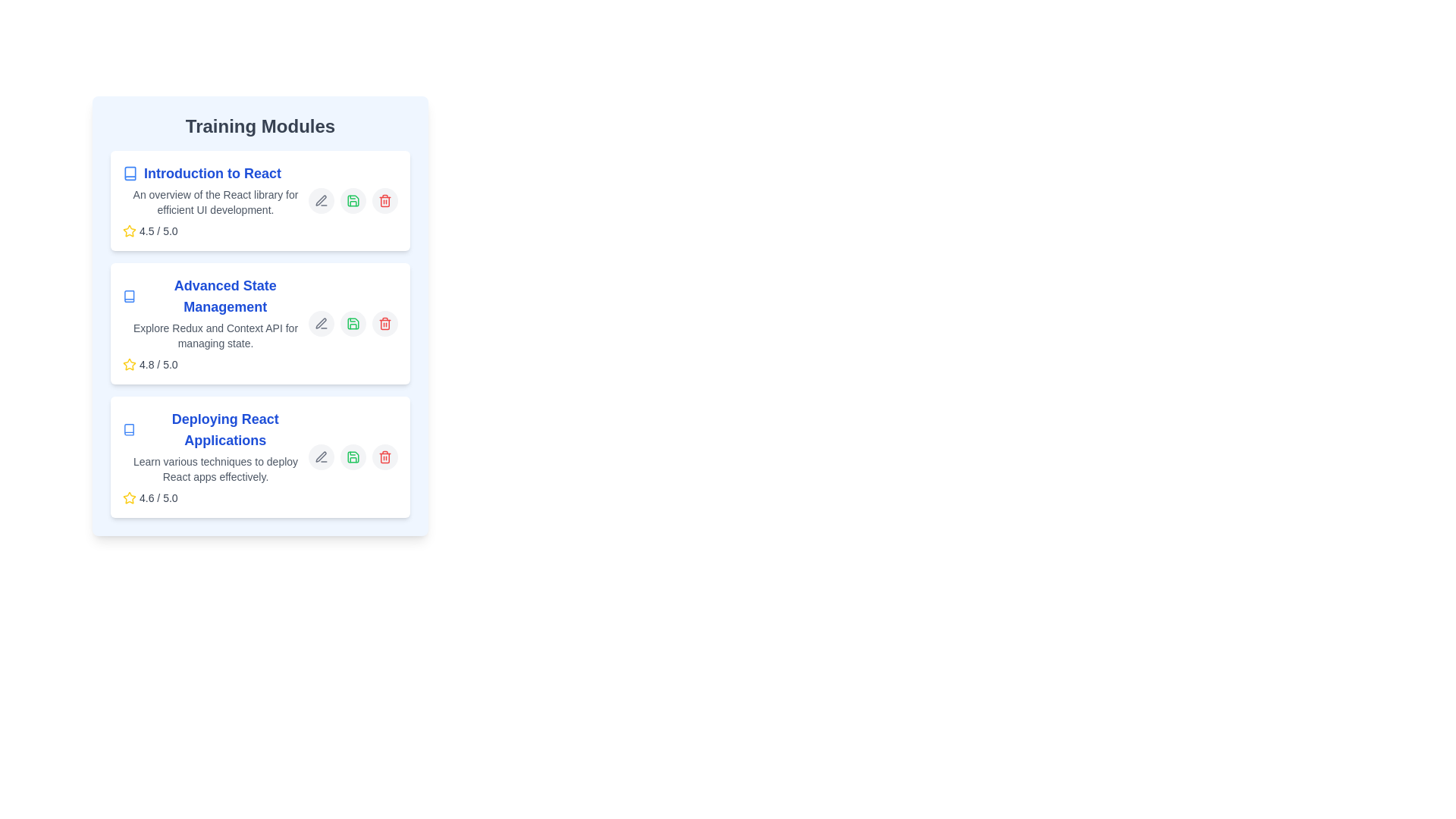  What do you see at coordinates (215, 172) in the screenshot?
I see `the Text label that serves as the title for the training module 'Introduction to React', which is located at the top of the module's description block` at bounding box center [215, 172].